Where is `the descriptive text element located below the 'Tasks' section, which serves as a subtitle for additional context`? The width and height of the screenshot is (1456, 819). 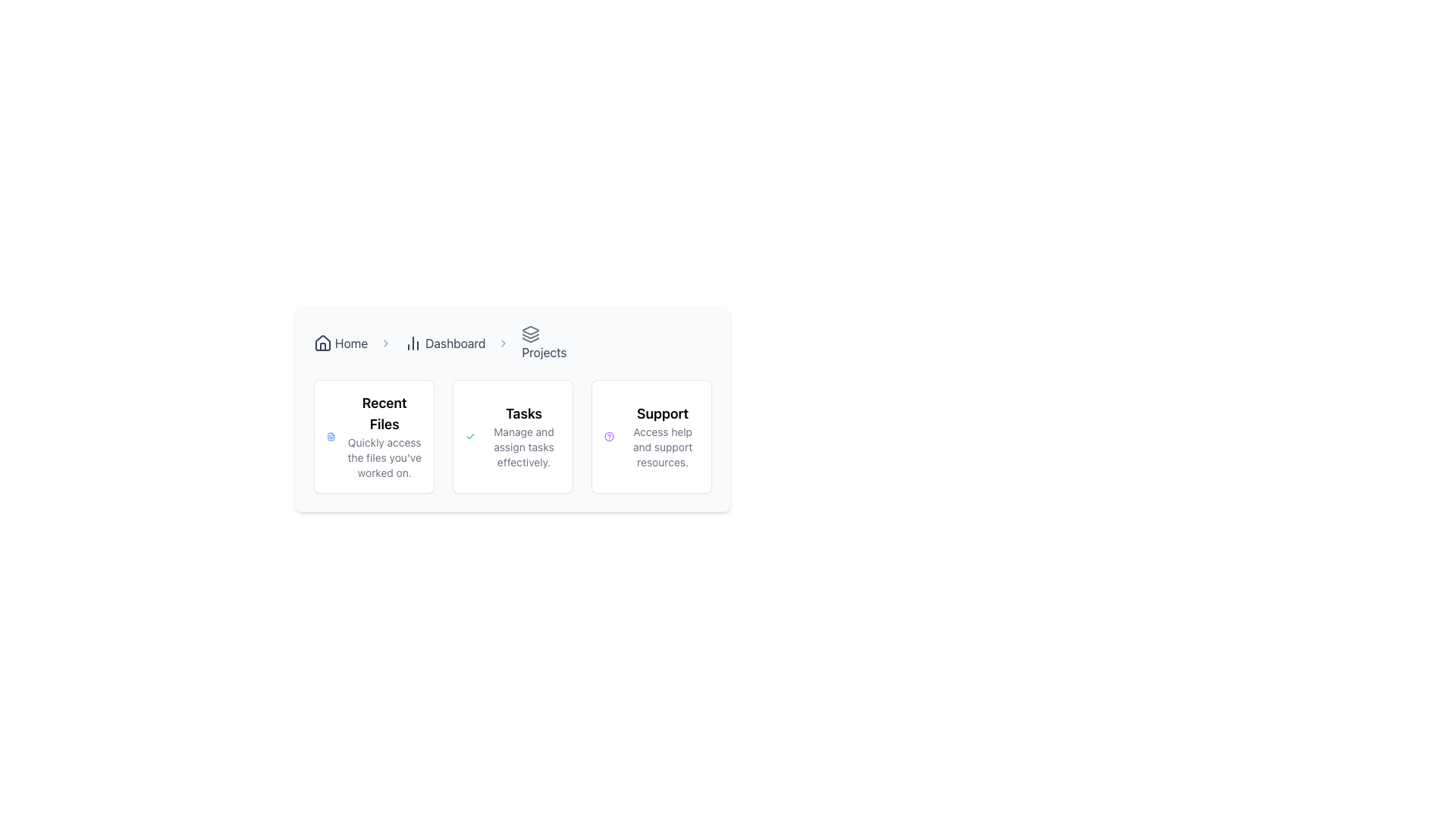
the descriptive text element located below the 'Tasks' section, which serves as a subtitle for additional context is located at coordinates (524, 447).